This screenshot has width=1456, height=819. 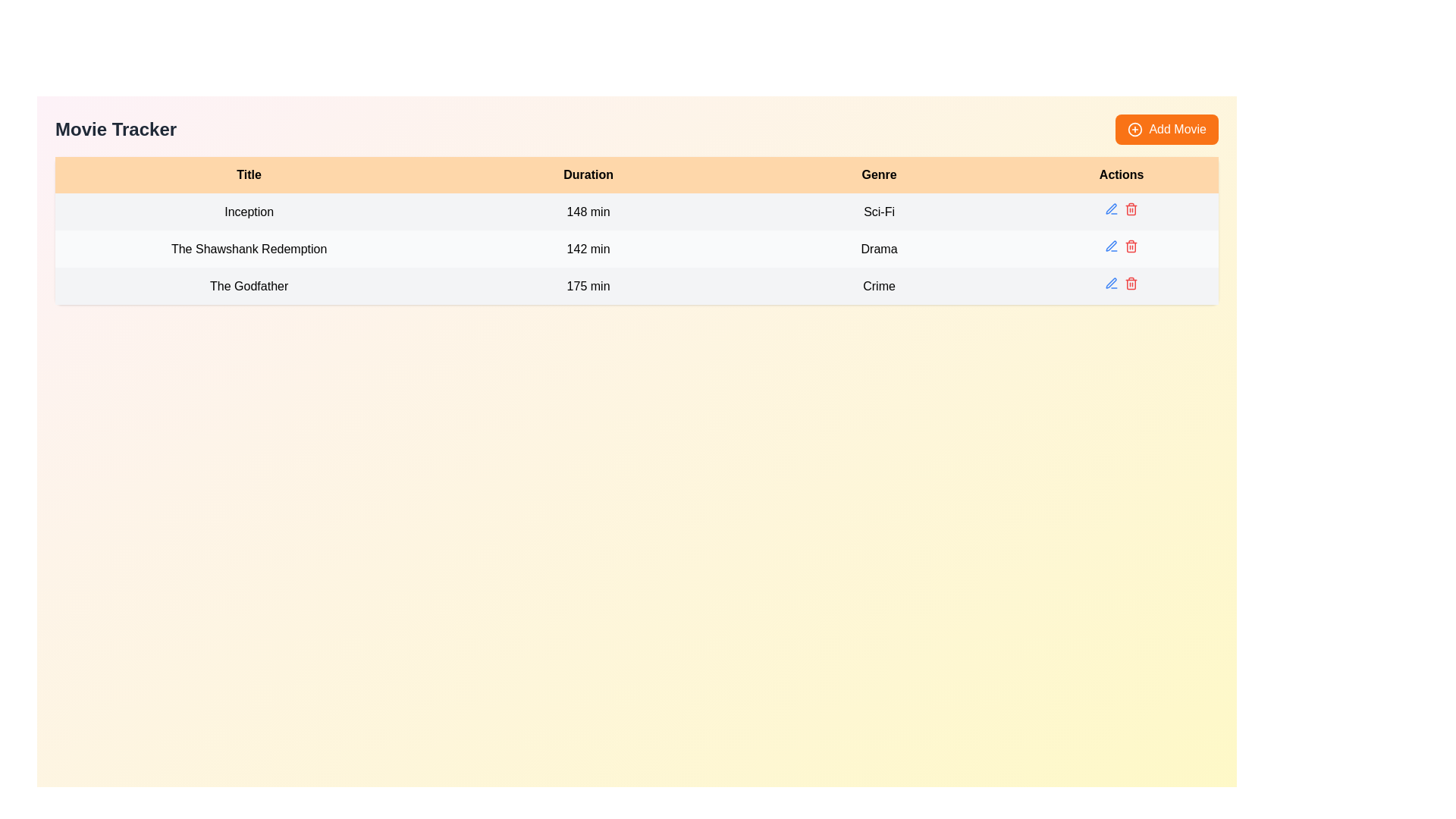 I want to click on the text label displaying the duration of the movie 'The Godfather' located in the third row under the 'Duration' column in a table, so click(x=588, y=286).